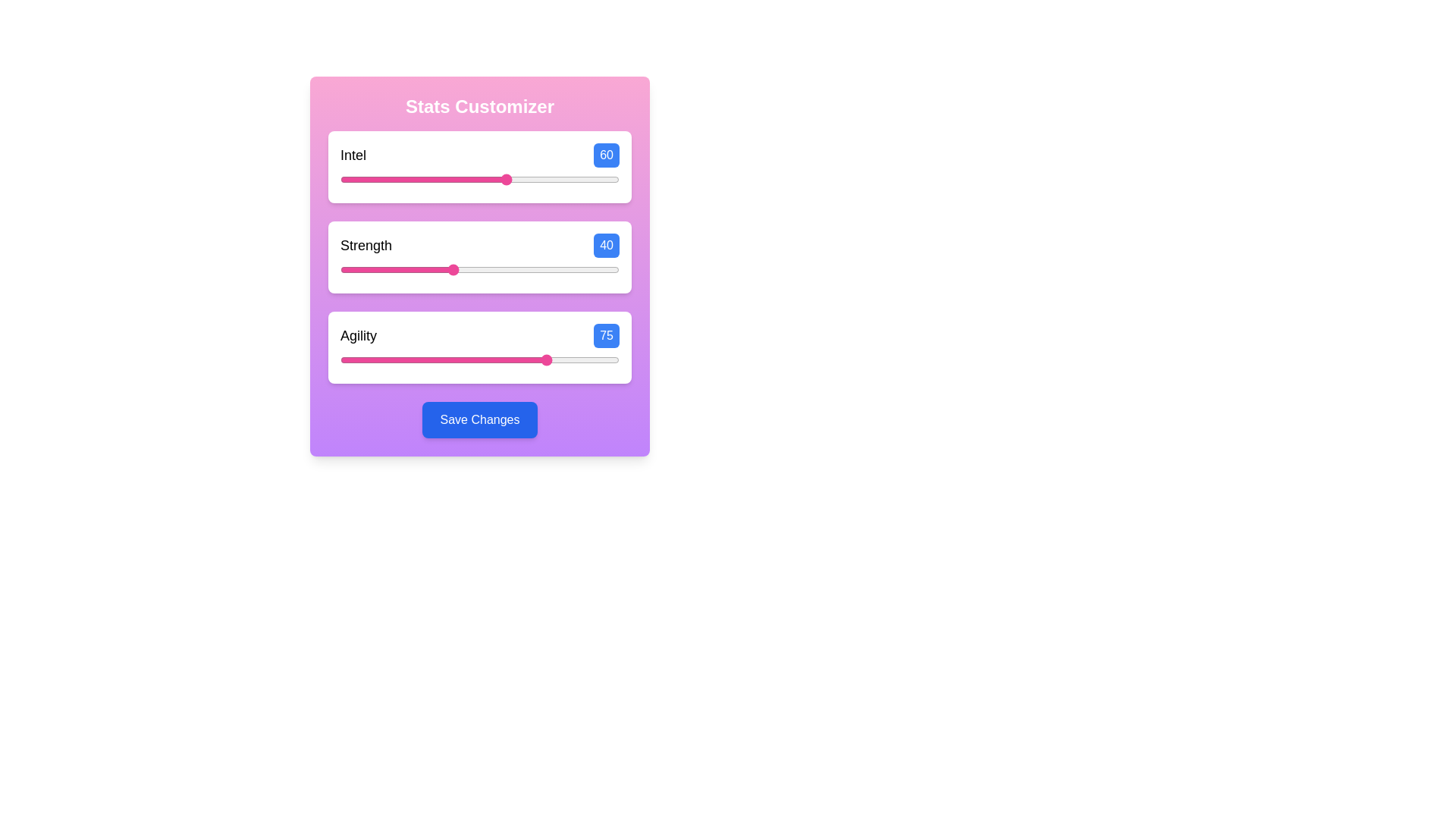  What do you see at coordinates (352, 155) in the screenshot?
I see `the text label reading 'Intel', which is styled in medium weight and capitalization, located in the top section of the interface within a vertically stacked layout` at bounding box center [352, 155].